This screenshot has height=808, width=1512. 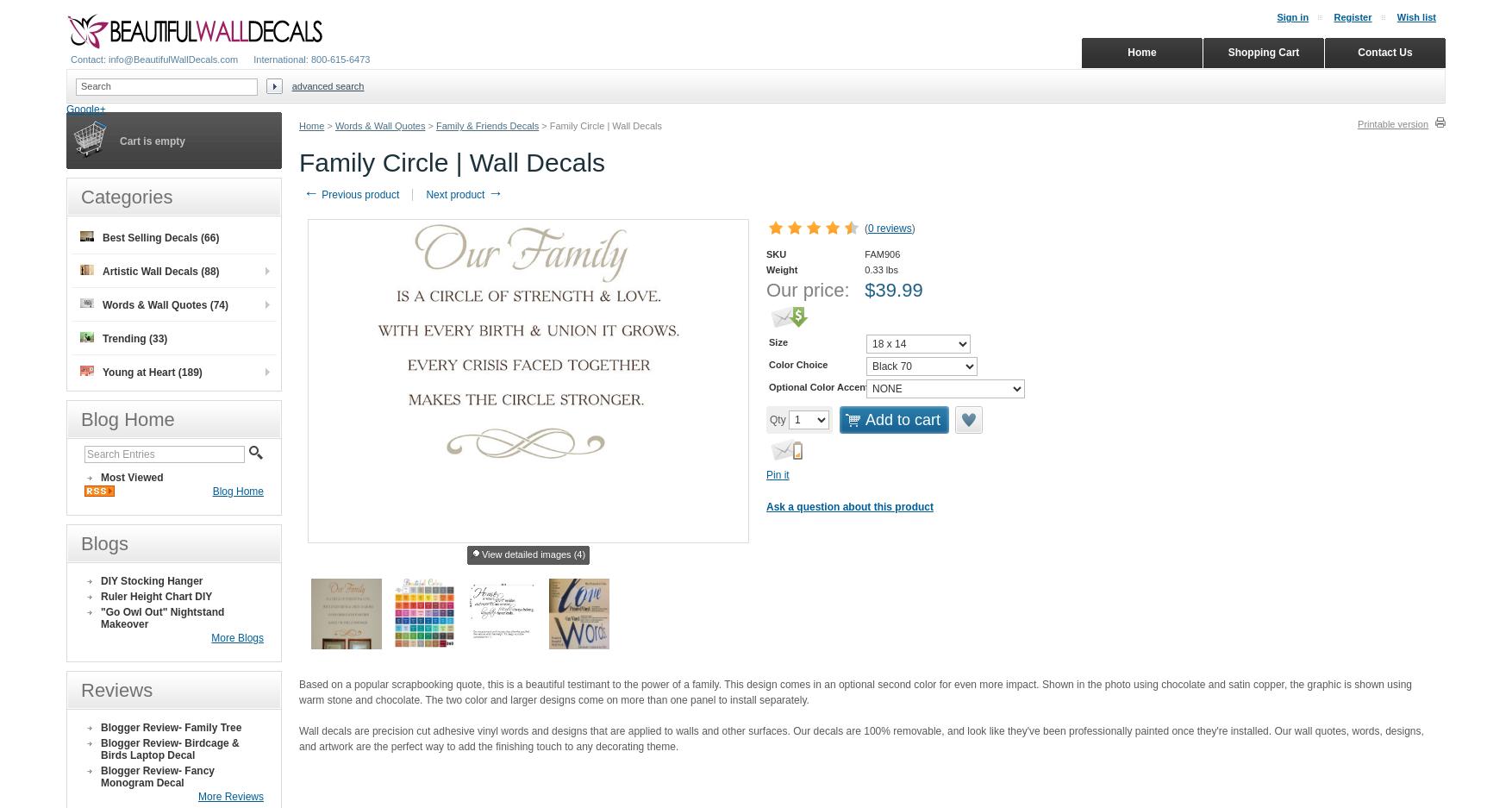 What do you see at coordinates (889, 228) in the screenshot?
I see `'0 reviews'` at bounding box center [889, 228].